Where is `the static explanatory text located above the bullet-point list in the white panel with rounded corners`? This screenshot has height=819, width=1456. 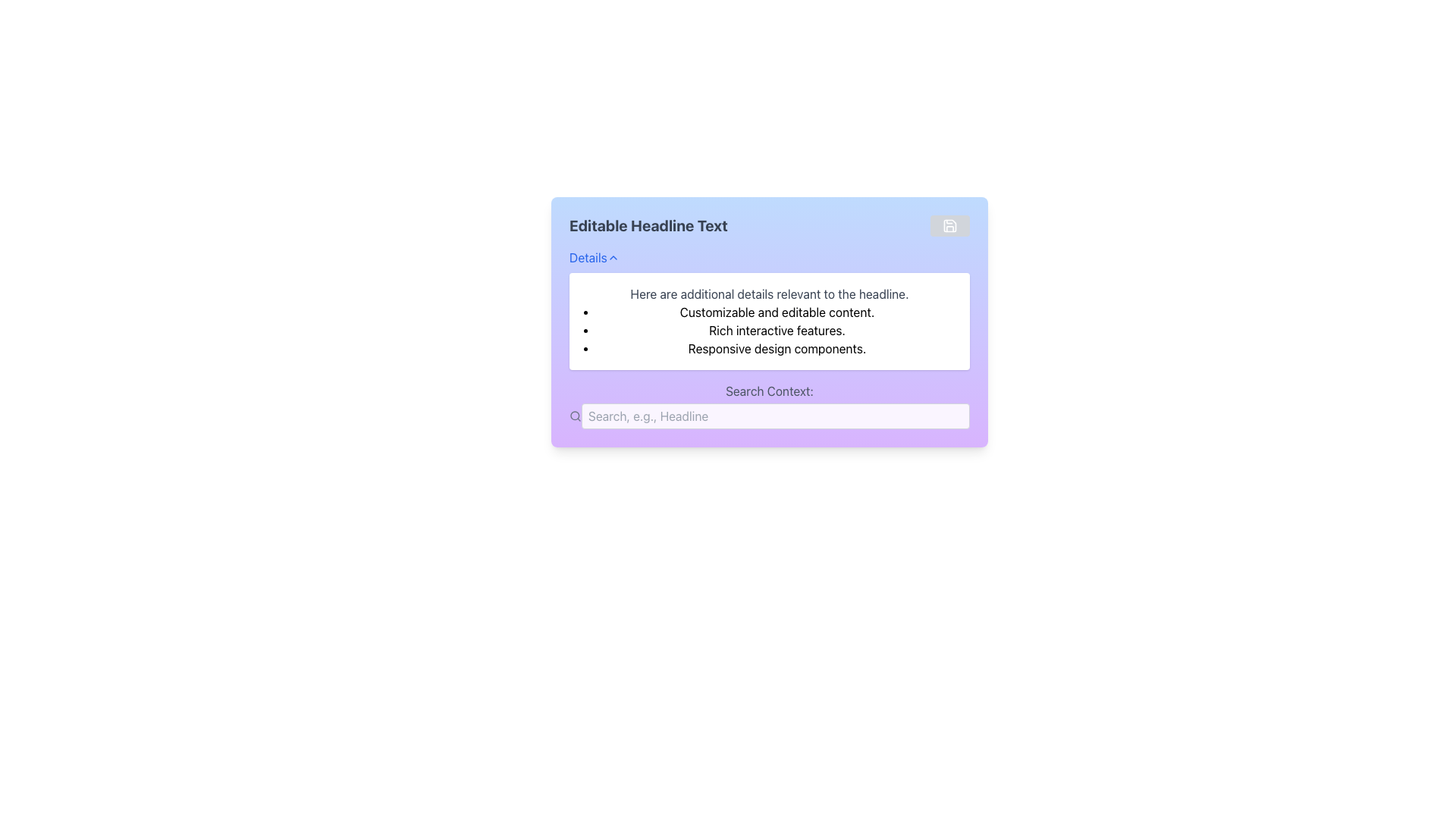
the static explanatory text located above the bullet-point list in the white panel with rounded corners is located at coordinates (769, 294).